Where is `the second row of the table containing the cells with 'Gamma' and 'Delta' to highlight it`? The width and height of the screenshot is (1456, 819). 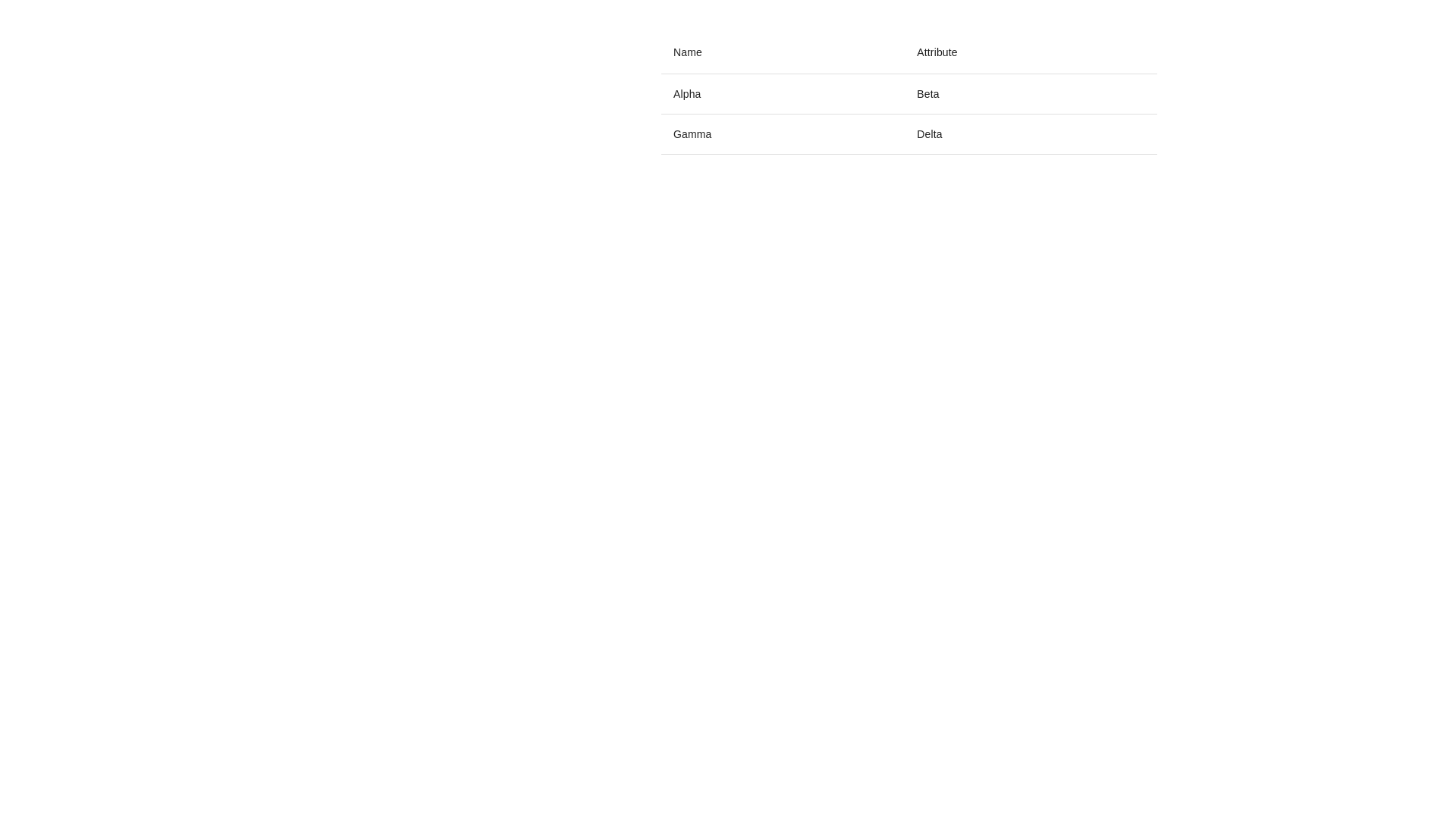
the second row of the table containing the cells with 'Gamma' and 'Delta' to highlight it is located at coordinates (909, 133).